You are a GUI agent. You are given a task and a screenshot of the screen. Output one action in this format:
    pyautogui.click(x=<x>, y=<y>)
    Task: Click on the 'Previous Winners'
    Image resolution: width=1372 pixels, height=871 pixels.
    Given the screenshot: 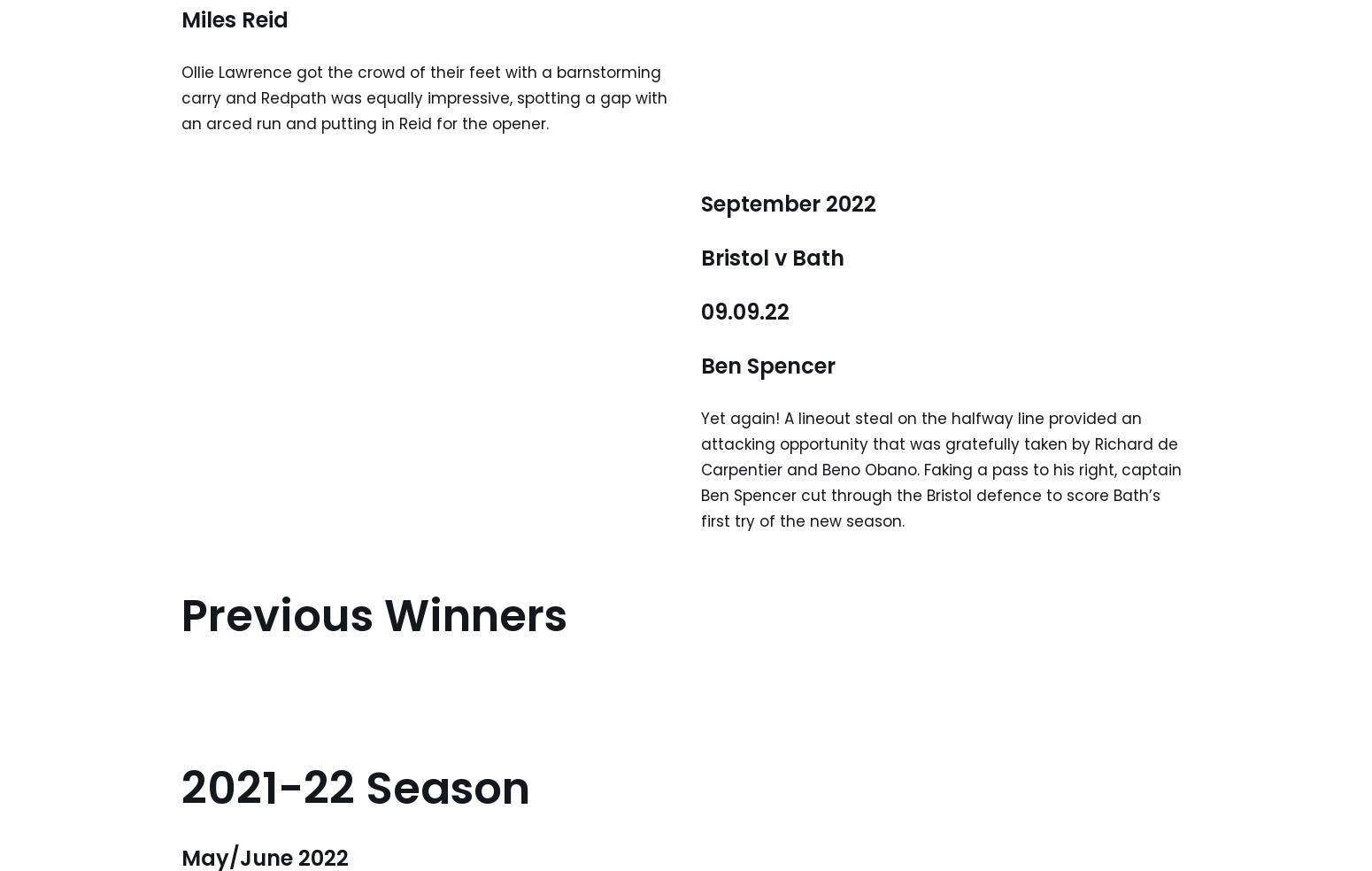 What is the action you would take?
    pyautogui.click(x=374, y=614)
    